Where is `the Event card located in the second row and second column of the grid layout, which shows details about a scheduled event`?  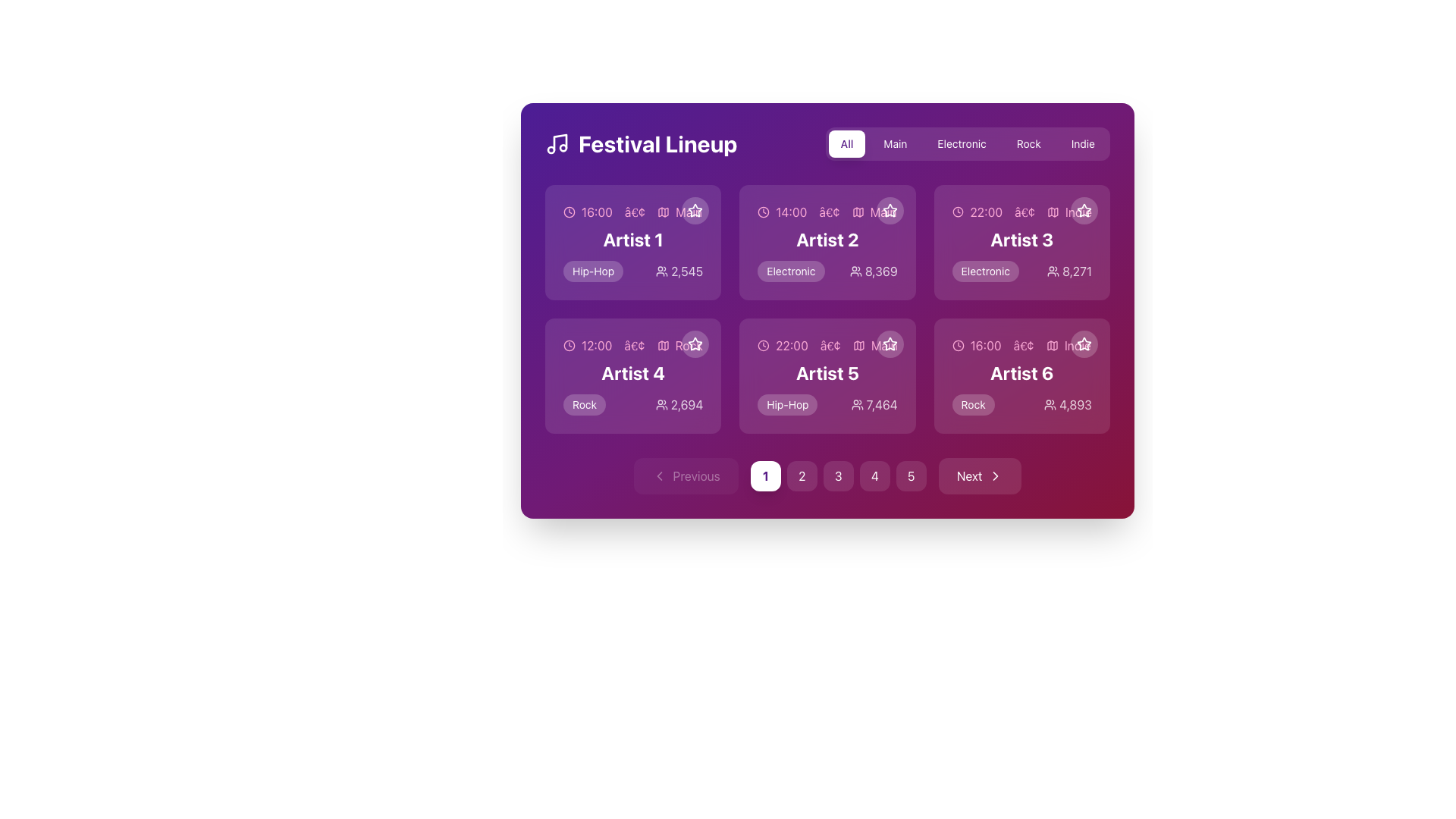 the Event card located in the second row and second column of the grid layout, which shows details about a scheduled event is located at coordinates (827, 375).